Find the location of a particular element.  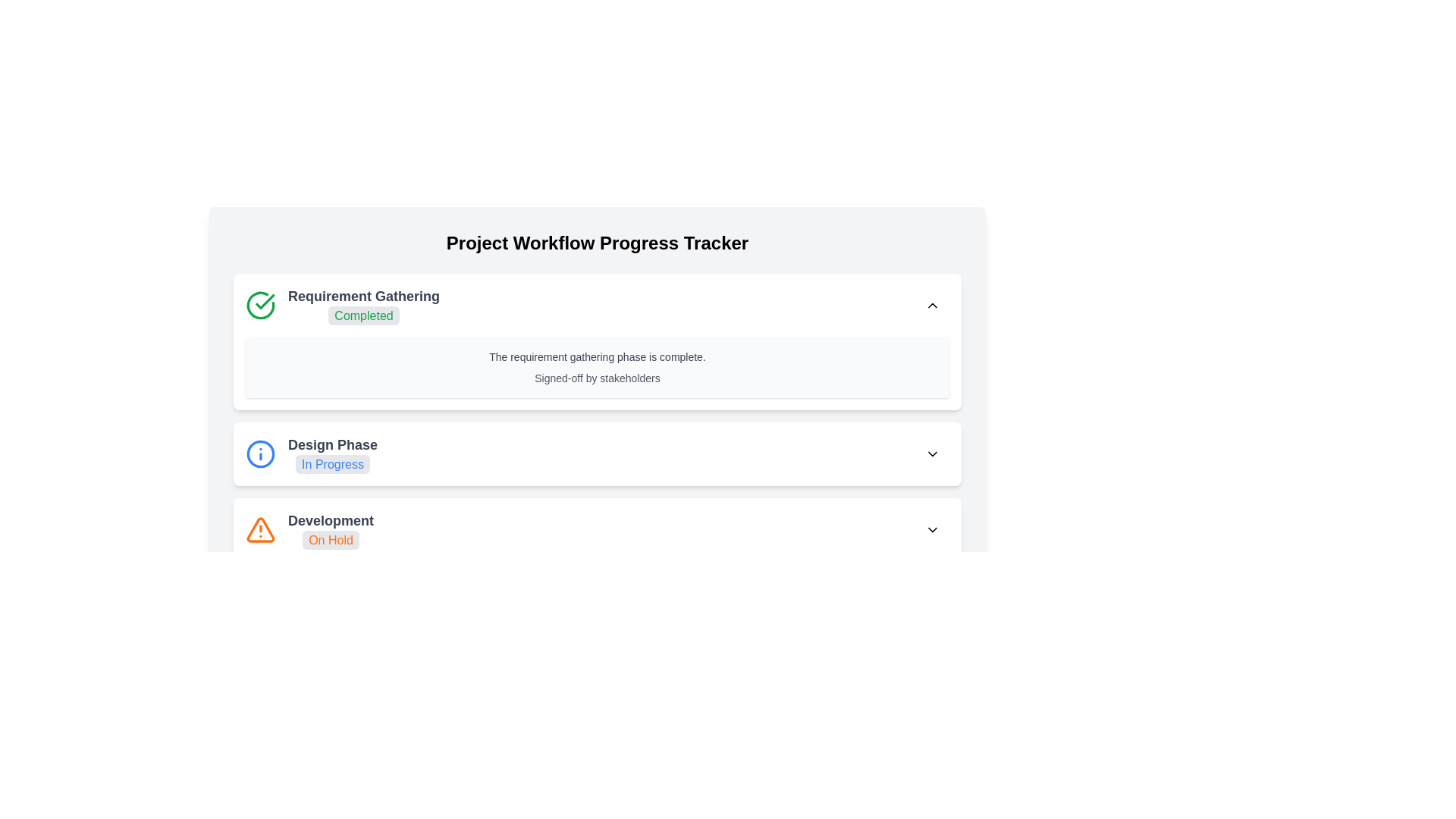

the 'Development' text label with the 'On Hold' status and orange warning icon is located at coordinates (309, 529).